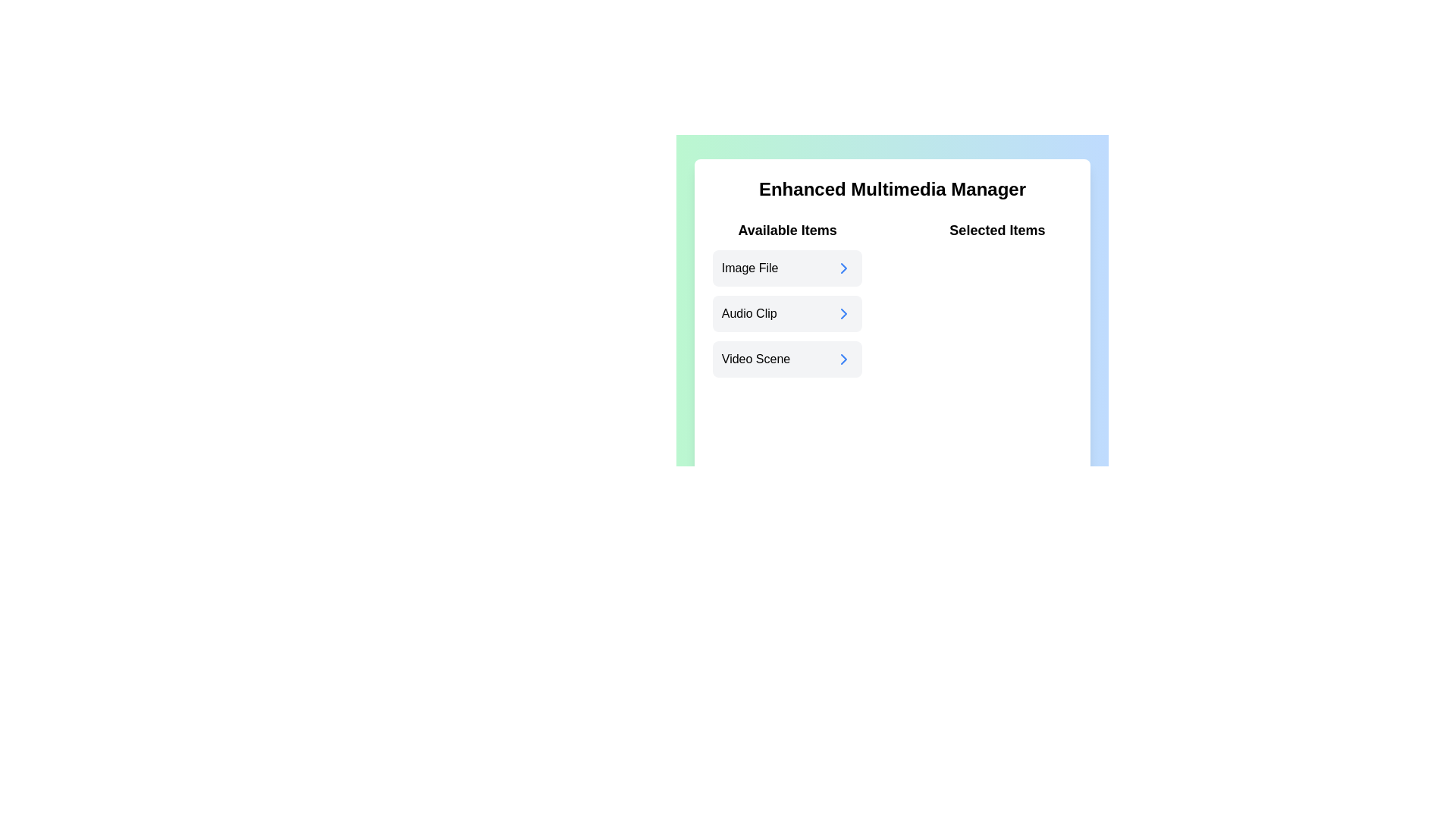 Image resolution: width=1456 pixels, height=819 pixels. I want to click on label of the text element indicating 'Video Scene', which is the label for the third button under the 'Available Items' section in the 'Enhanced Multimedia Manager', so click(756, 359).